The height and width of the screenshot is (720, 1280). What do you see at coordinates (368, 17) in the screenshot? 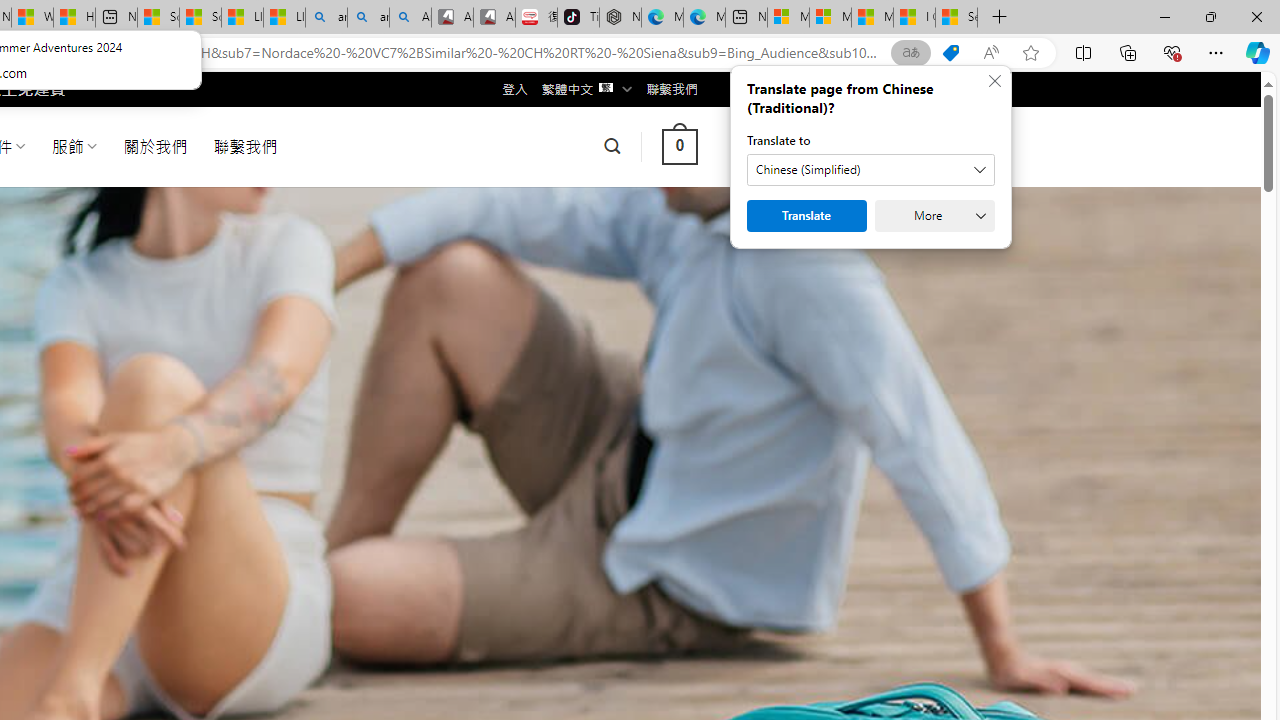
I see `'amazon - Search Images'` at bounding box center [368, 17].